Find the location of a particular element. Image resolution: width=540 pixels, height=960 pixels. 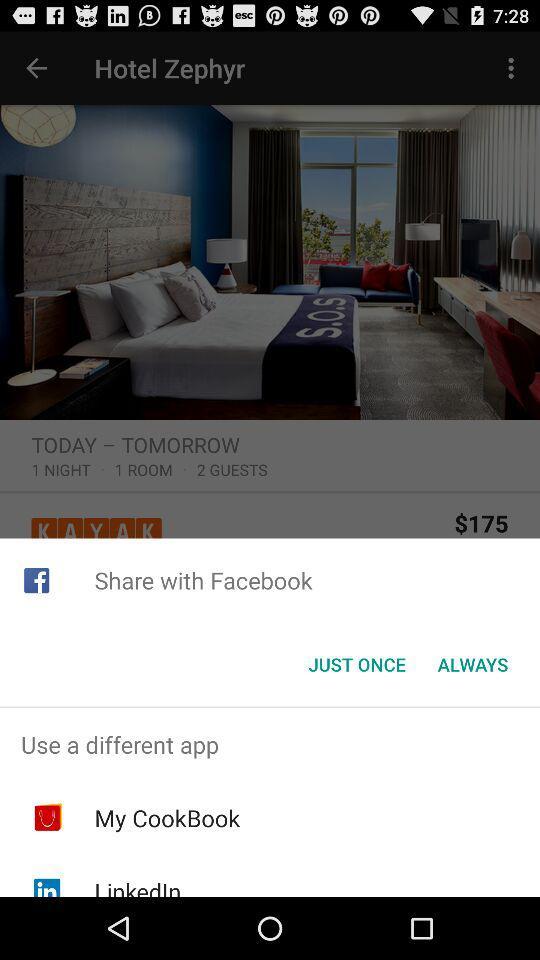

the always at the bottom right corner is located at coordinates (472, 664).